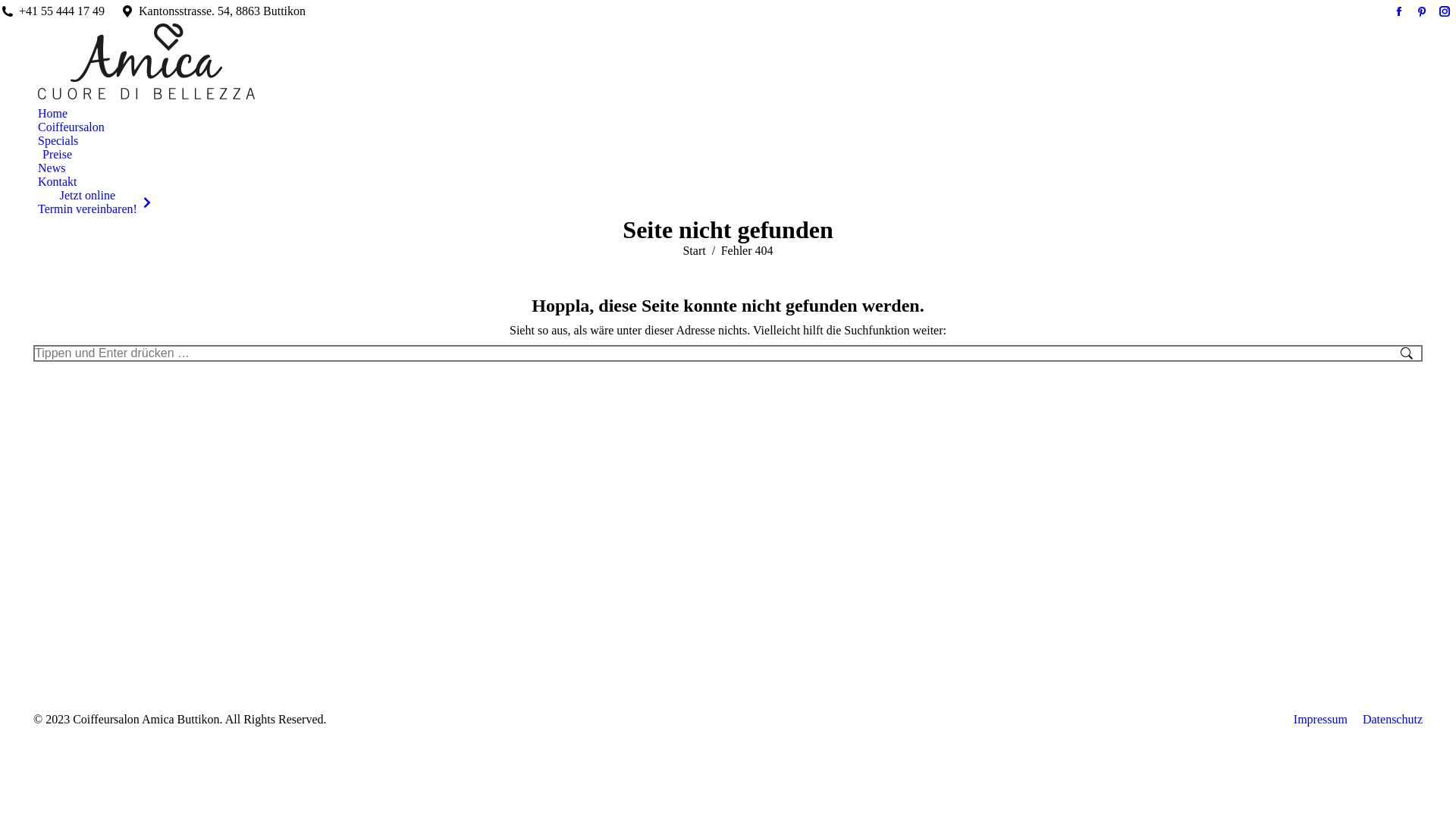  What do you see at coordinates (693, 249) in the screenshot?
I see `'Start'` at bounding box center [693, 249].